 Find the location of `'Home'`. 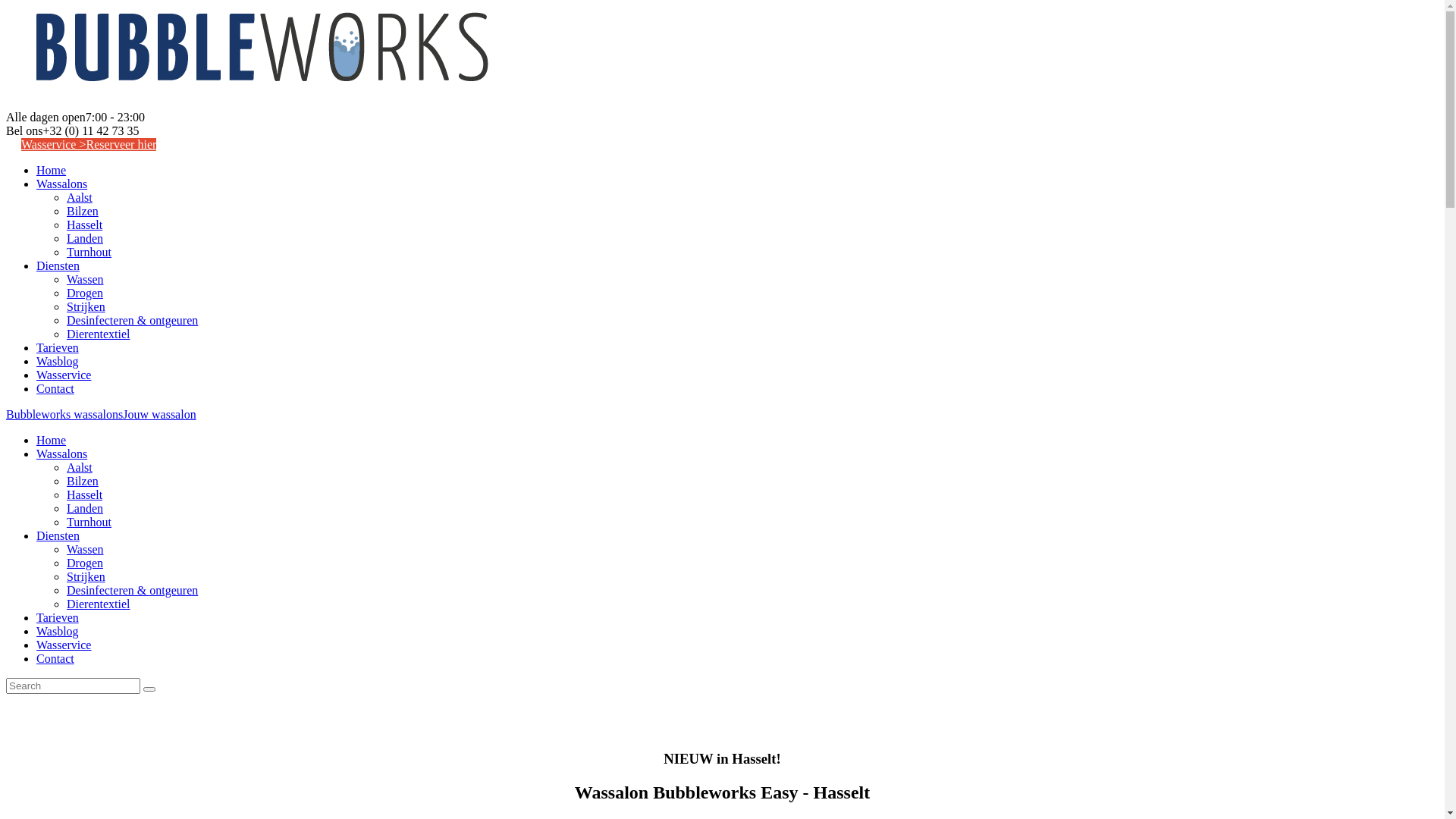

'Home' is located at coordinates (51, 440).